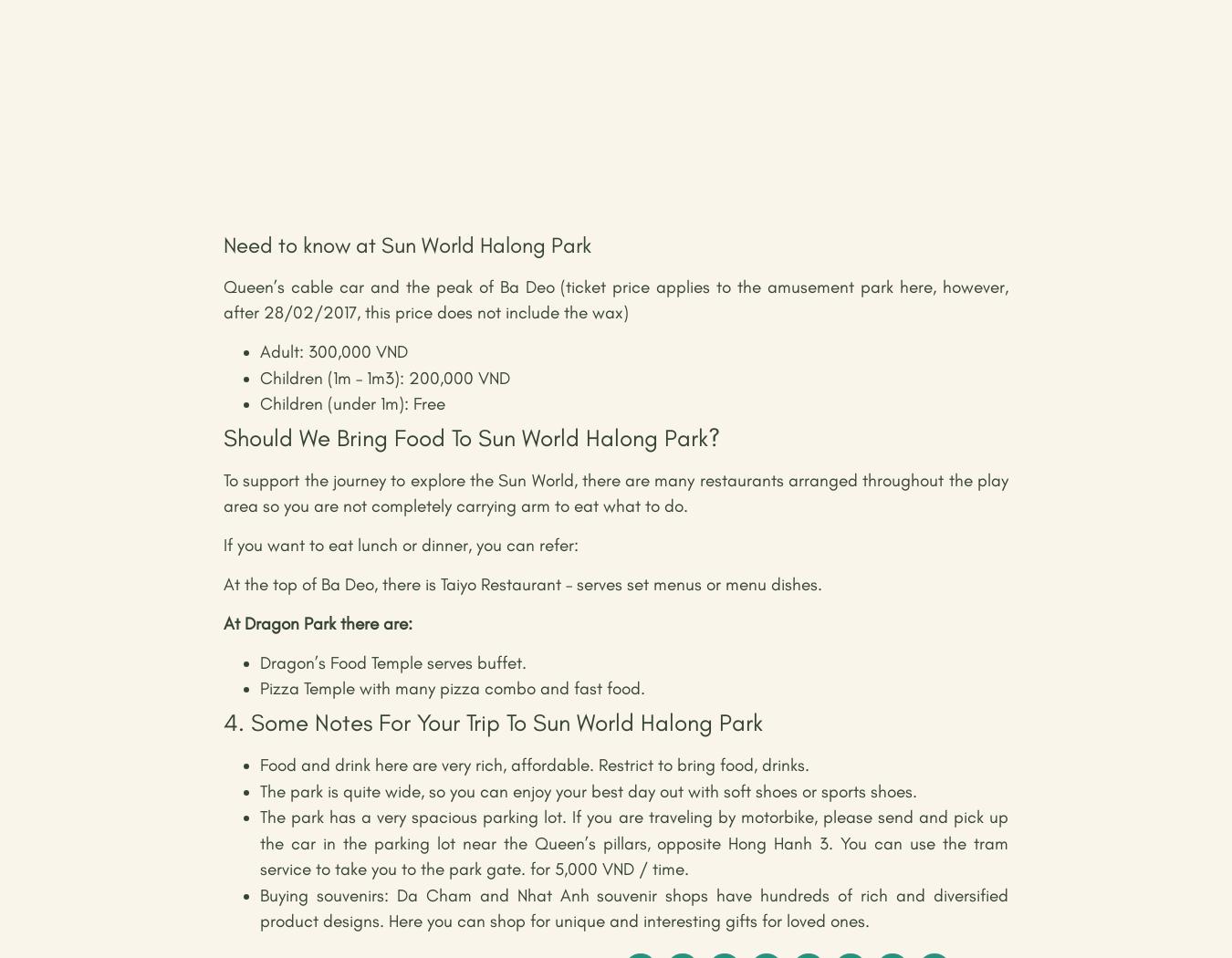 This screenshot has width=1232, height=958. Describe the element at coordinates (492, 722) in the screenshot. I see `'4. Some notes for your trip to Sun World Halong Park'` at that location.